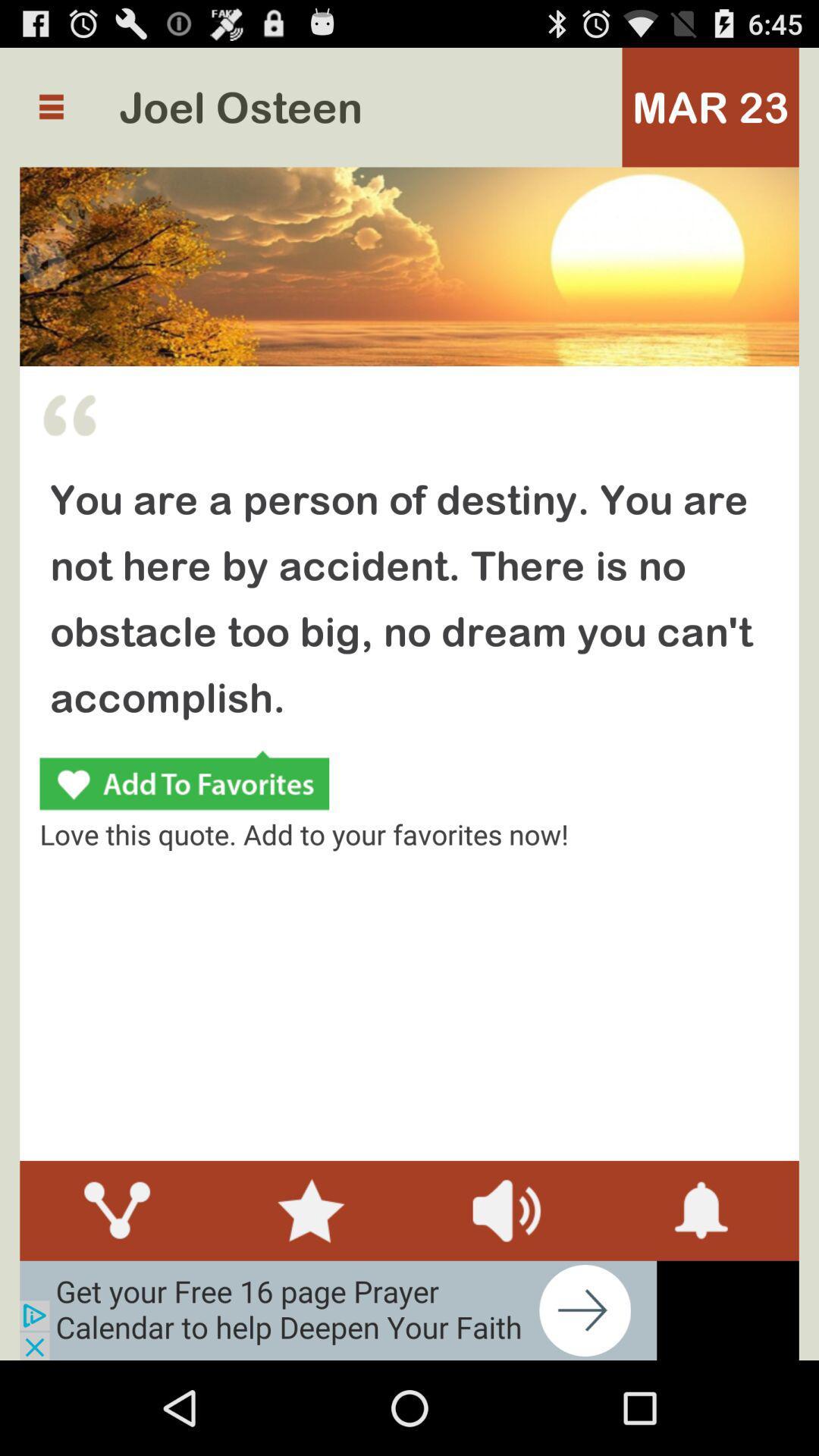  What do you see at coordinates (337, 1310) in the screenshot?
I see `open advertisement` at bounding box center [337, 1310].